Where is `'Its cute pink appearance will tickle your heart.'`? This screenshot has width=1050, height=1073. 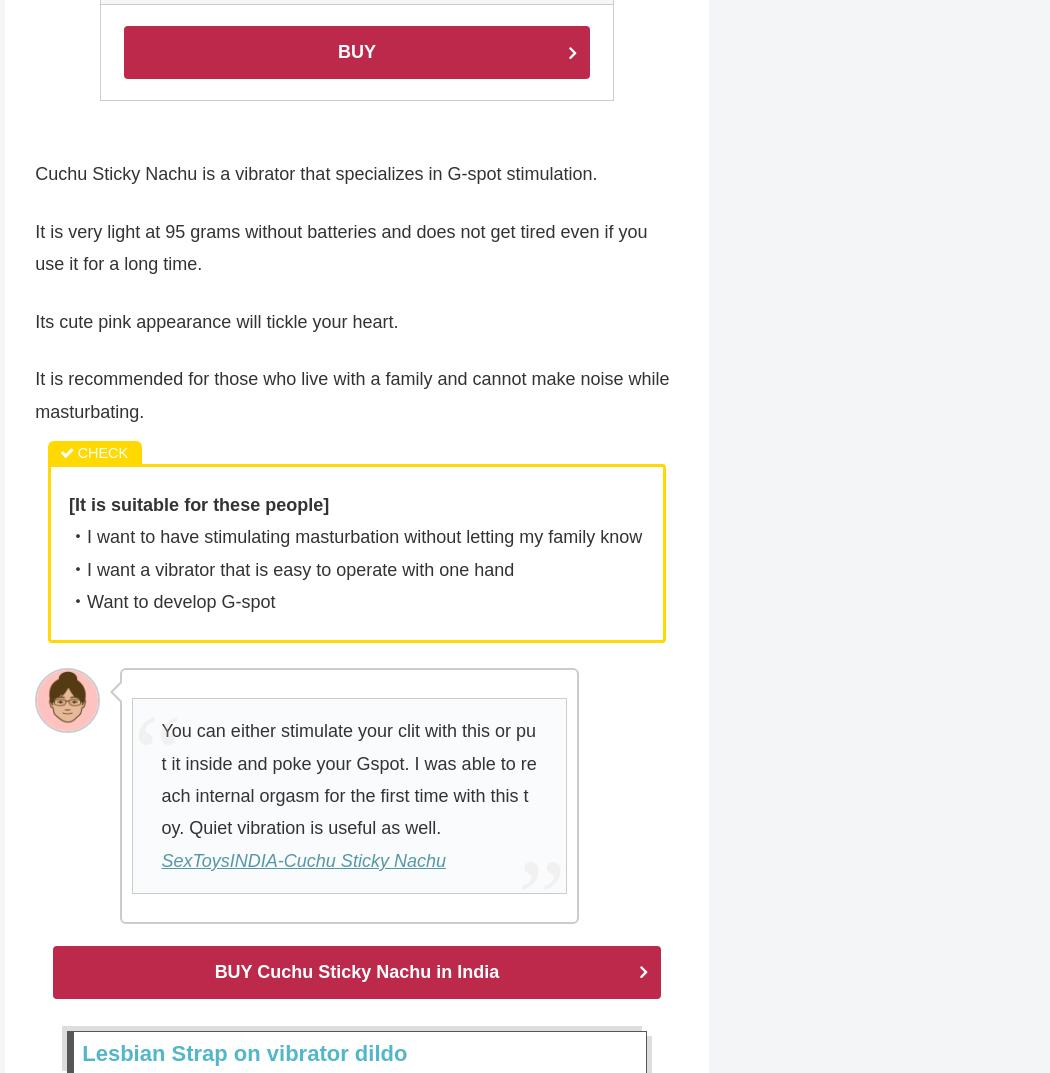
'Its cute pink appearance will tickle your heart.' is located at coordinates (215, 322).